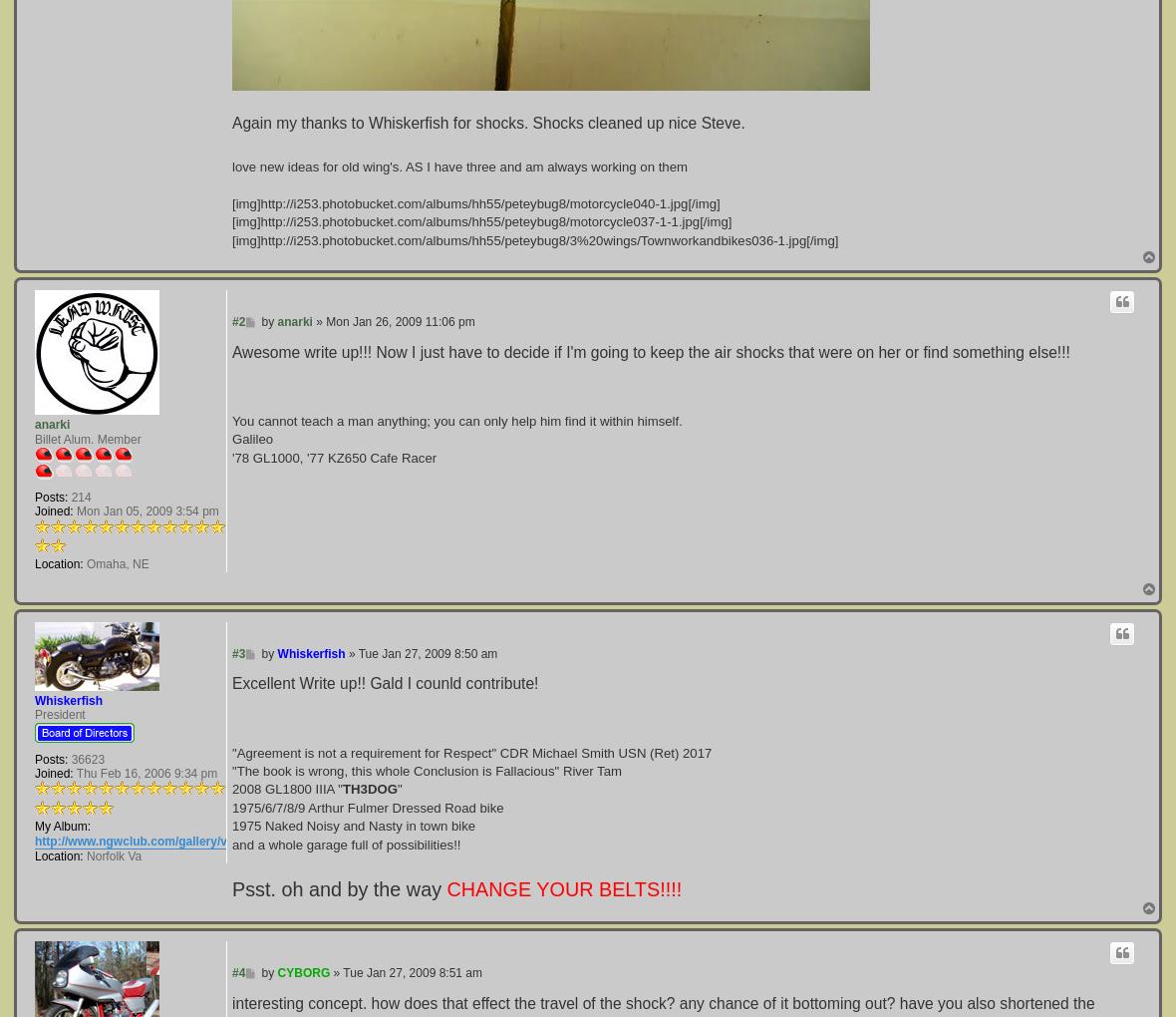 The image size is (1176, 1017). I want to click on 'Again my thanks to Whiskerfish for shocks. Shocks cleaned up nice Steve.', so click(488, 121).